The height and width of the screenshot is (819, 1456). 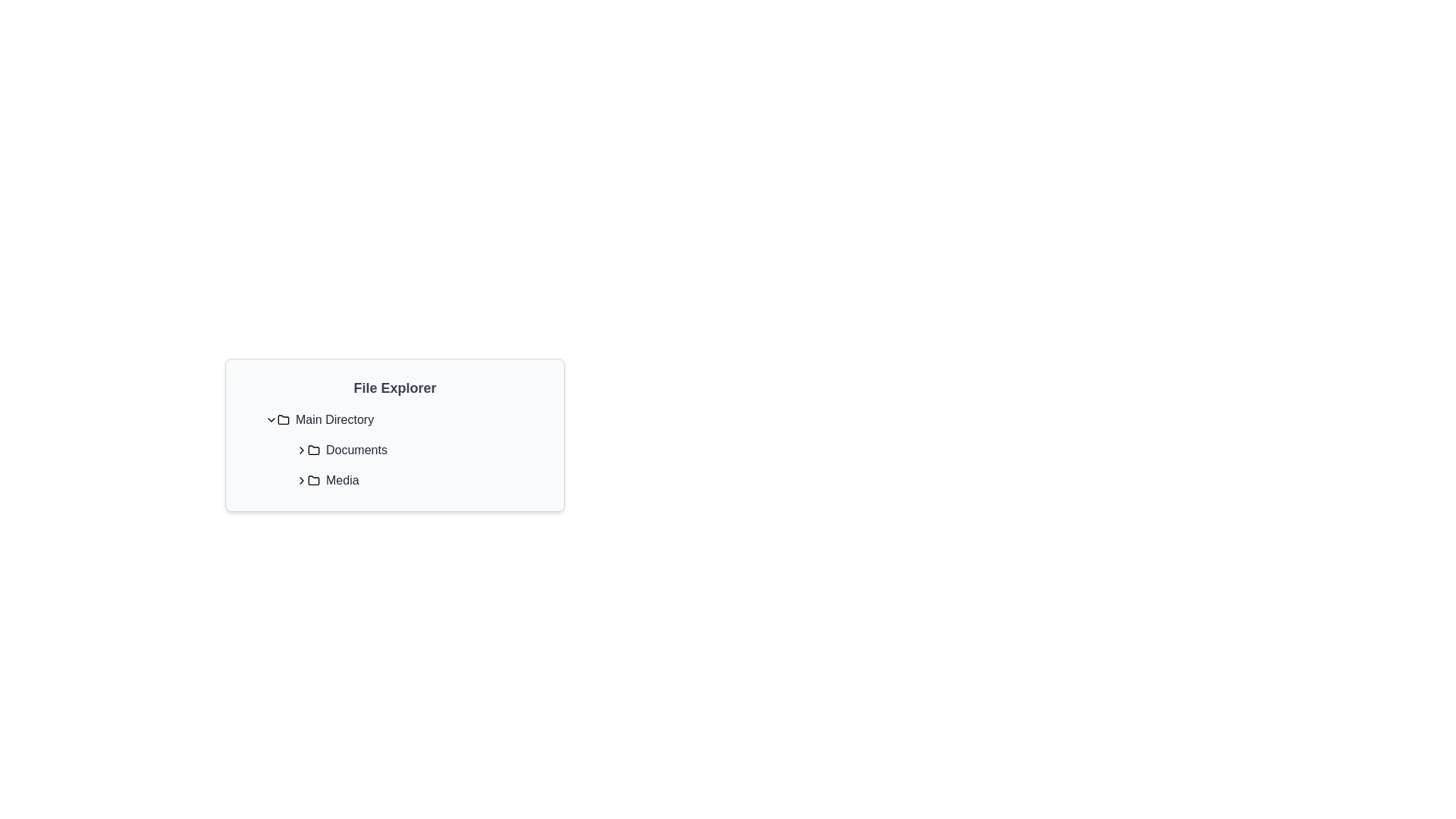 I want to click on the Chevron Icon, so click(x=271, y=420).